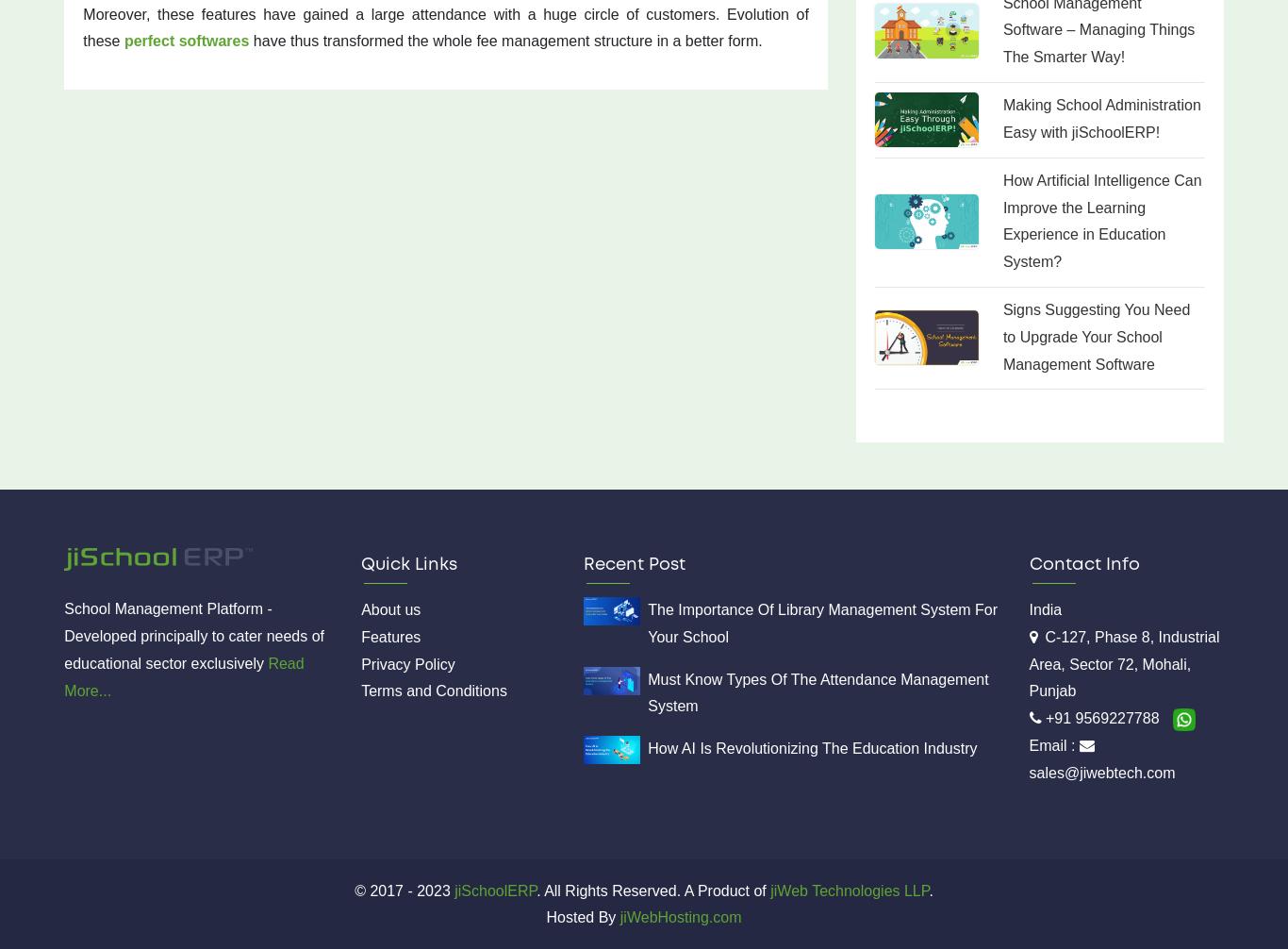 The width and height of the screenshot is (1288, 949). What do you see at coordinates (433, 691) in the screenshot?
I see `'Terms and
											Conditions'` at bounding box center [433, 691].